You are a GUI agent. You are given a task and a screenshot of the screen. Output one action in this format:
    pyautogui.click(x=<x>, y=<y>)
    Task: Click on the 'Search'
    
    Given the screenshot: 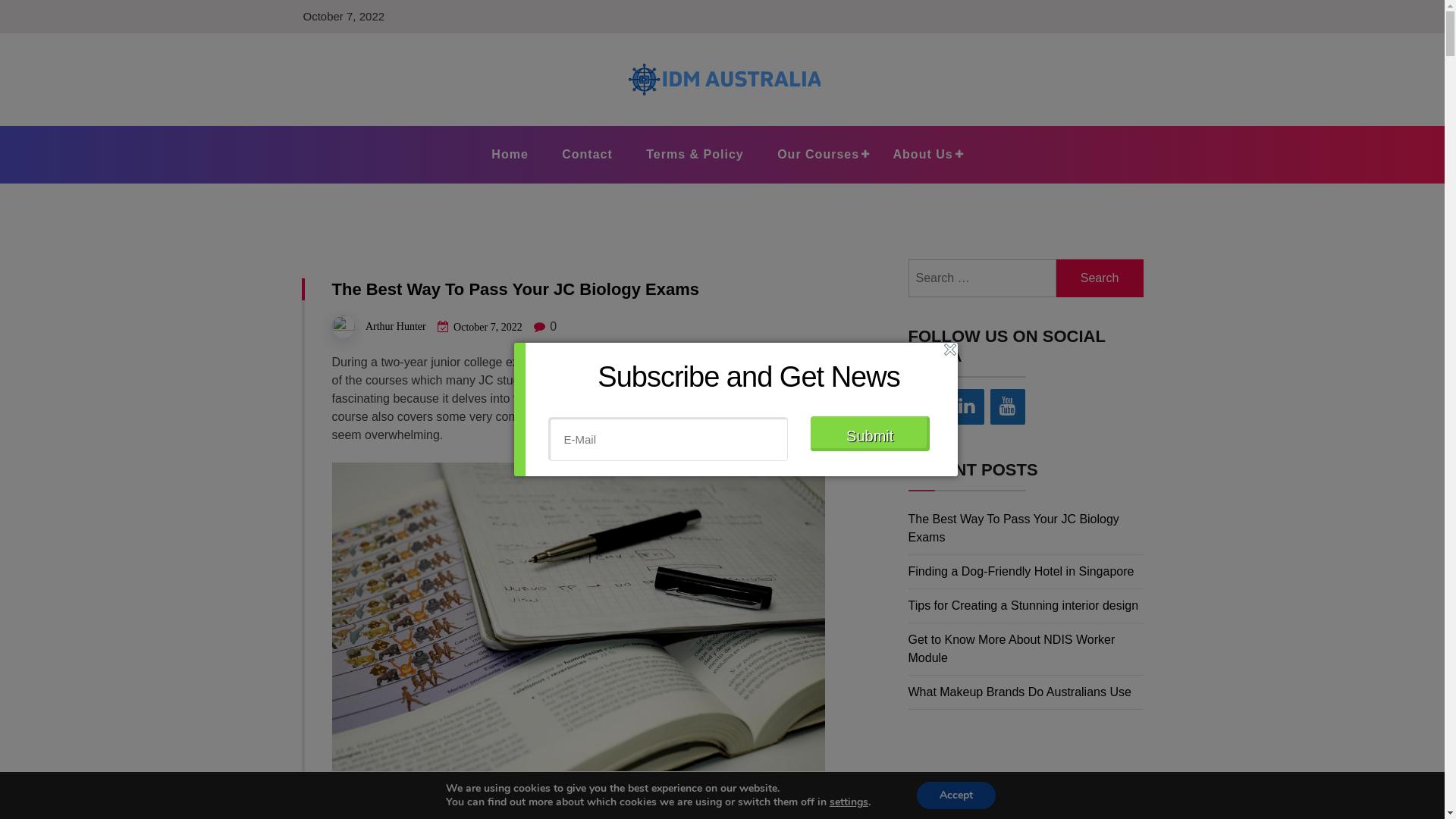 What is the action you would take?
    pyautogui.click(x=1100, y=278)
    